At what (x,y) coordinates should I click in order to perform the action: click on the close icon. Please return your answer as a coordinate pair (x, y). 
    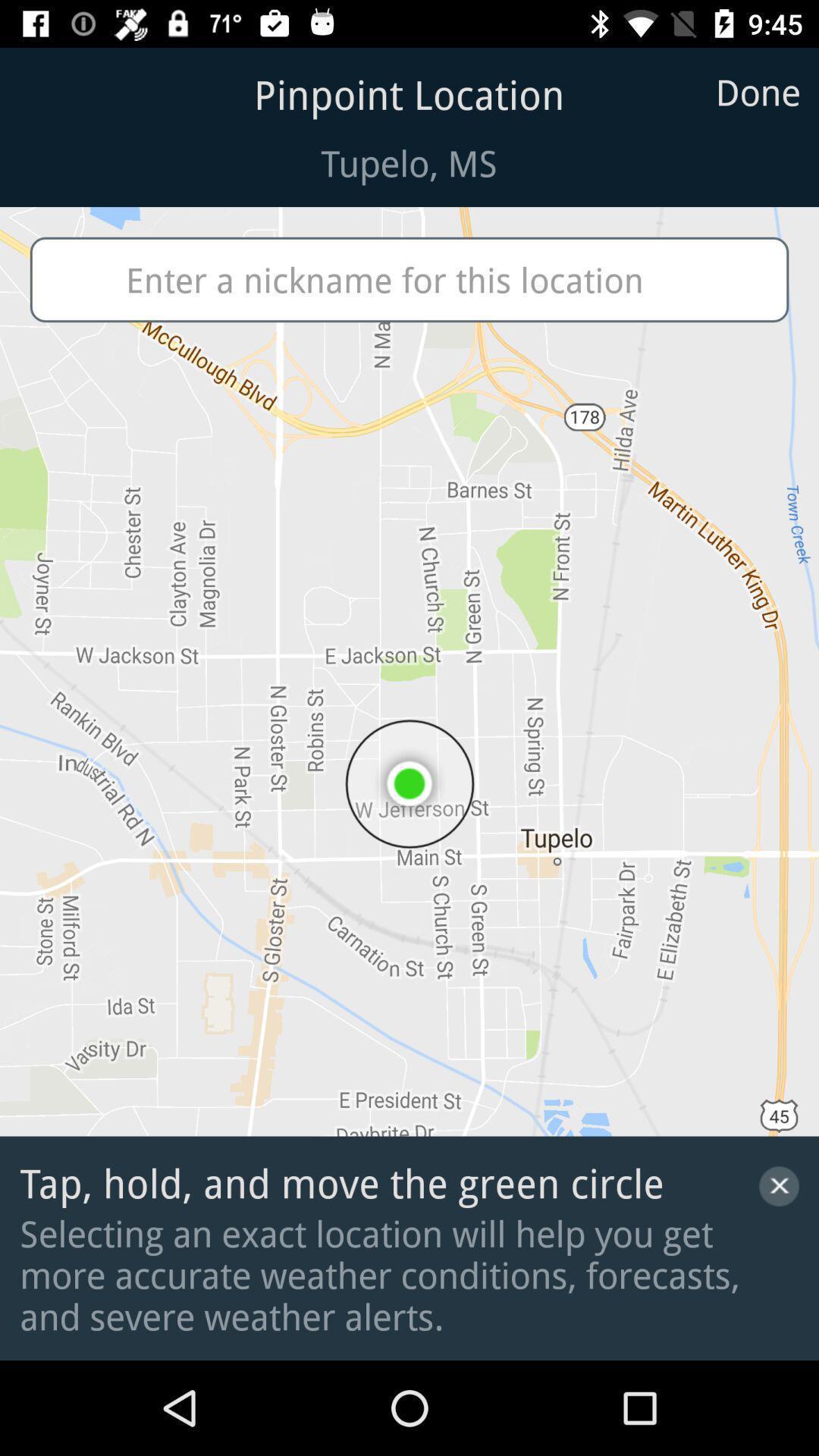
    Looking at the image, I should click on (779, 1185).